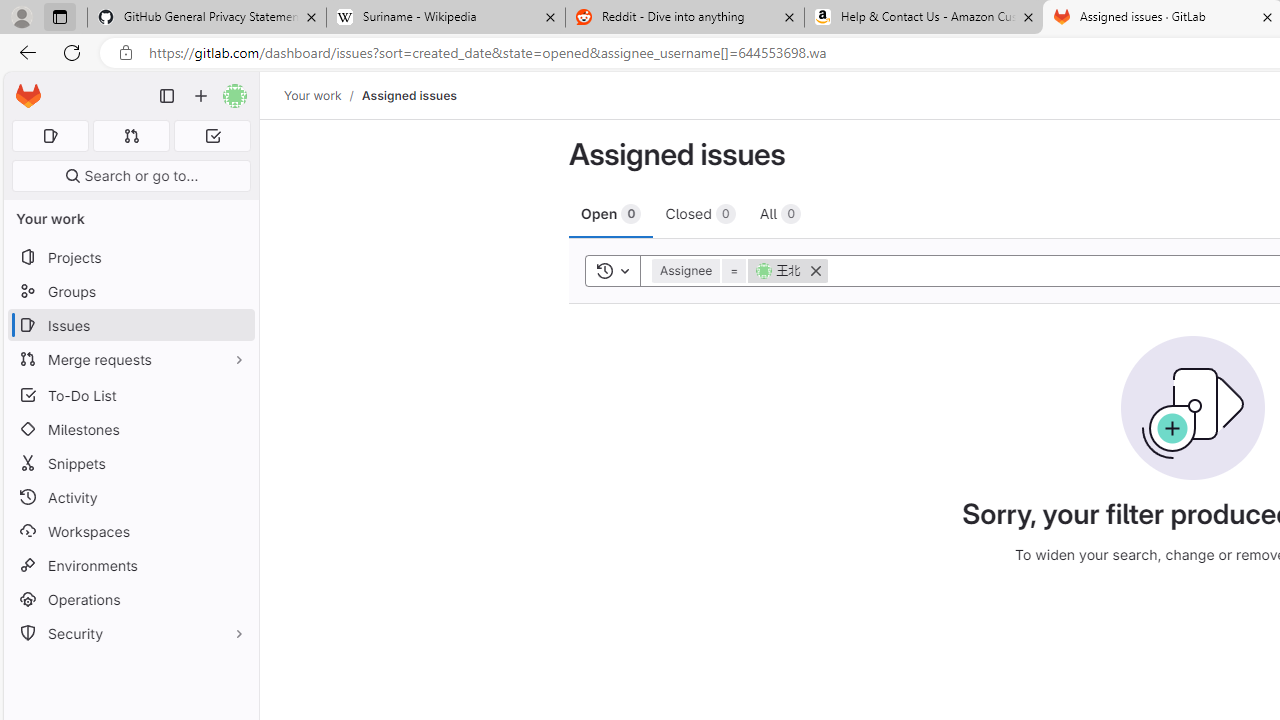 This screenshot has width=1280, height=720. Describe the element at coordinates (201, 96) in the screenshot. I see `'Create new...'` at that location.